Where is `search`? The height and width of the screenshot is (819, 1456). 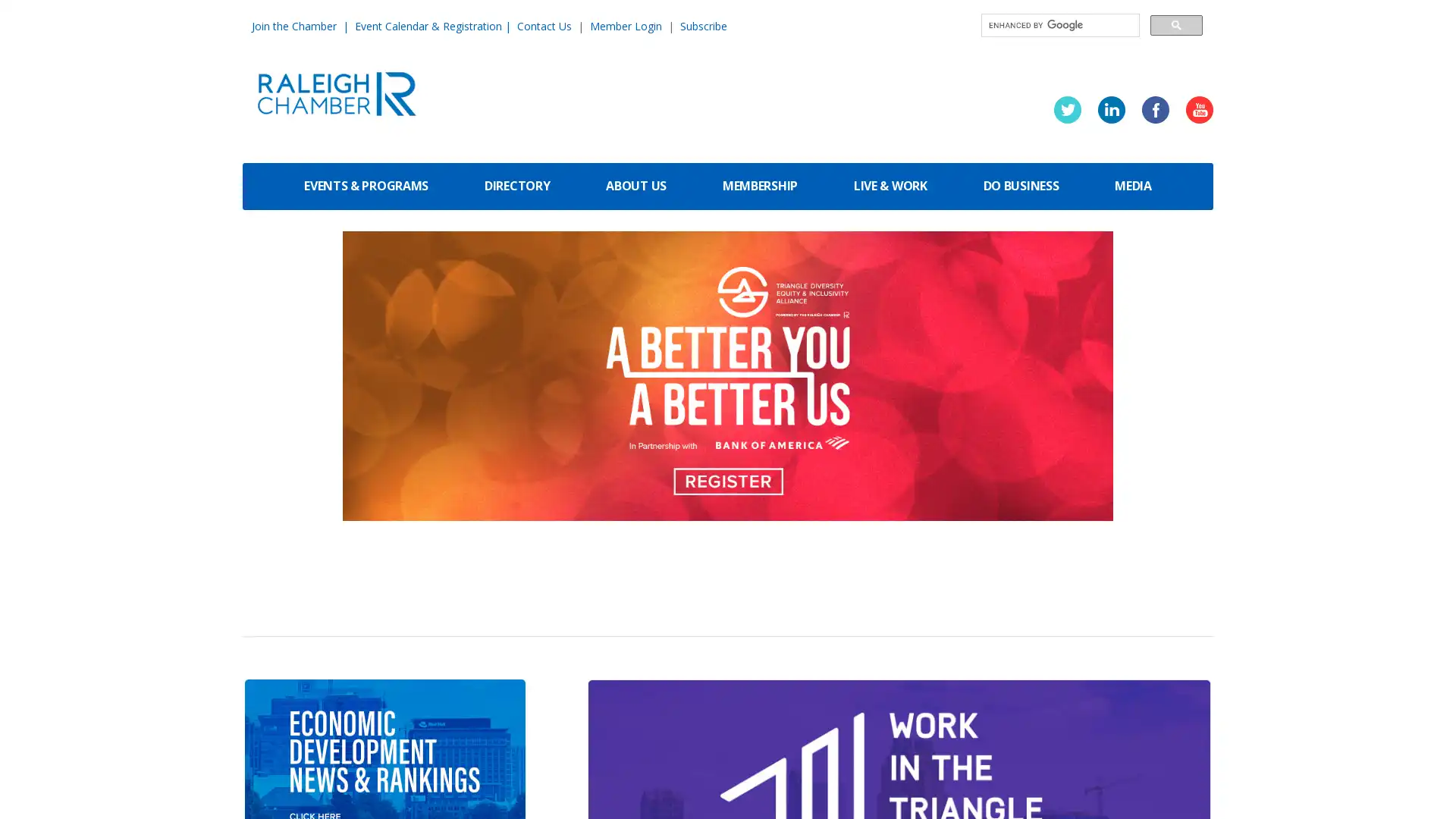
search is located at coordinates (1175, 24).